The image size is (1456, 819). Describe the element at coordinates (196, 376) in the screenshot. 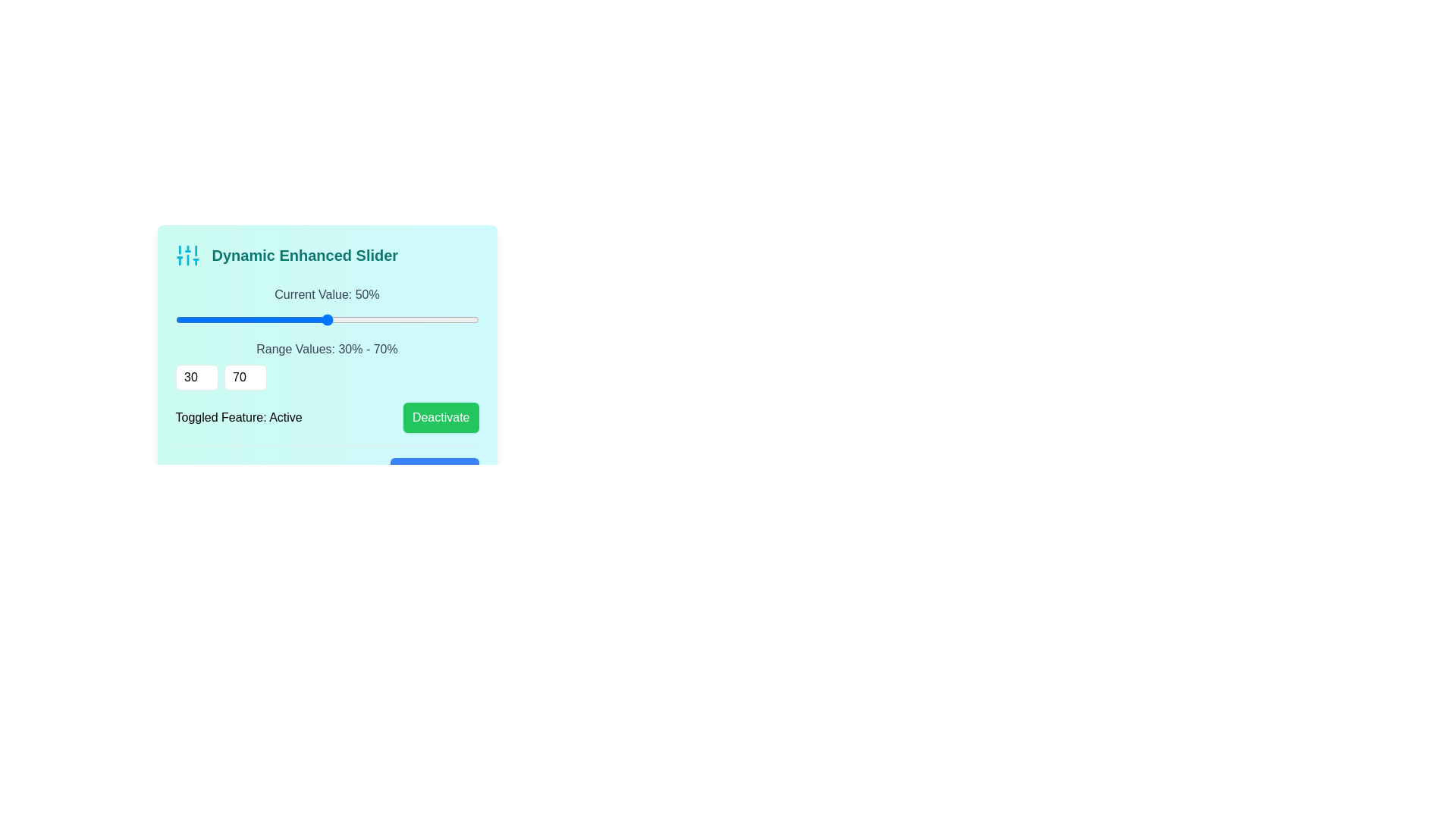

I see `the number input box styled with a border and rounded corners that contains the number '30'` at that location.